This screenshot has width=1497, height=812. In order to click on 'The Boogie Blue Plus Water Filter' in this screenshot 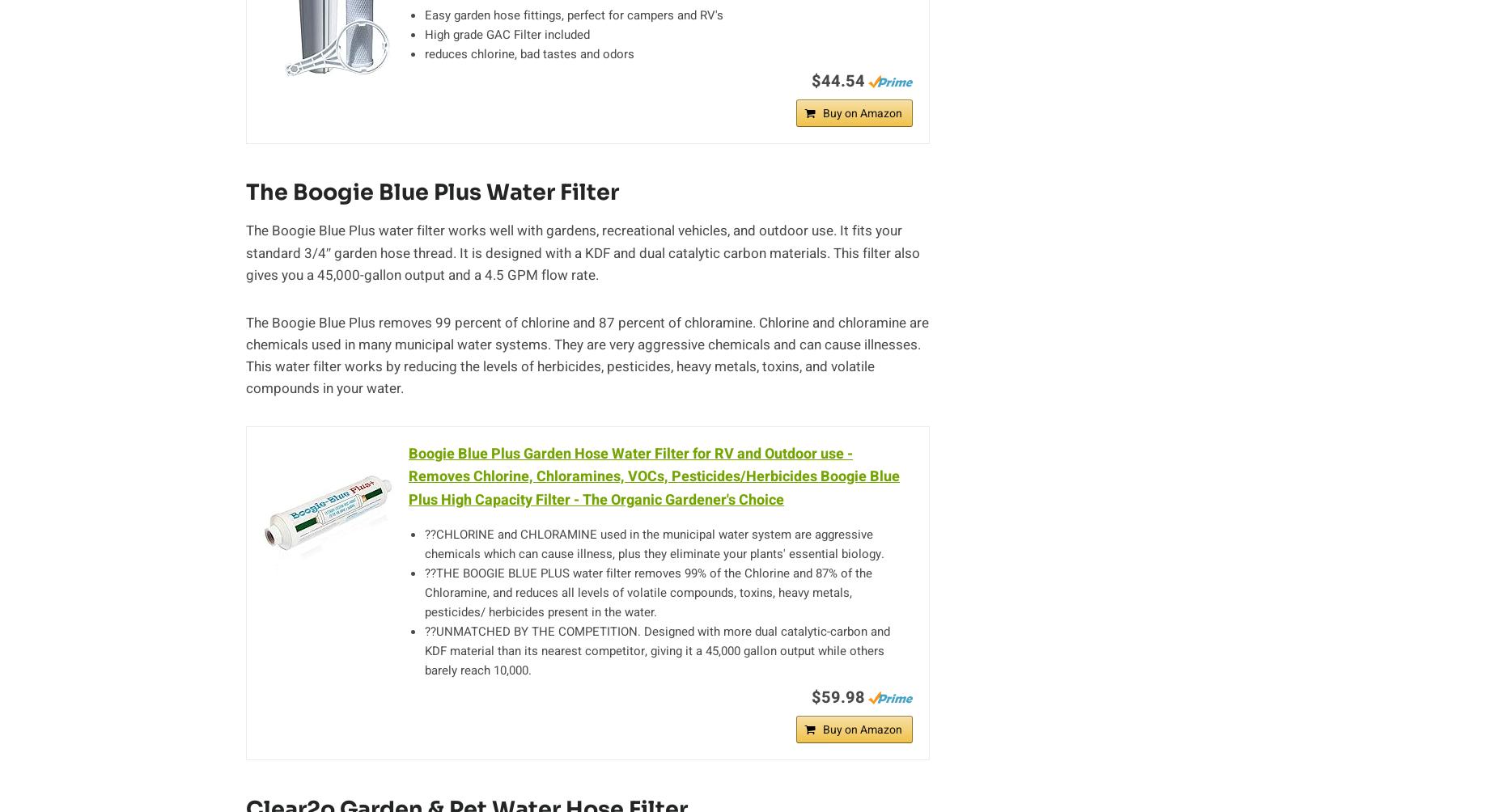, I will do `click(432, 192)`.